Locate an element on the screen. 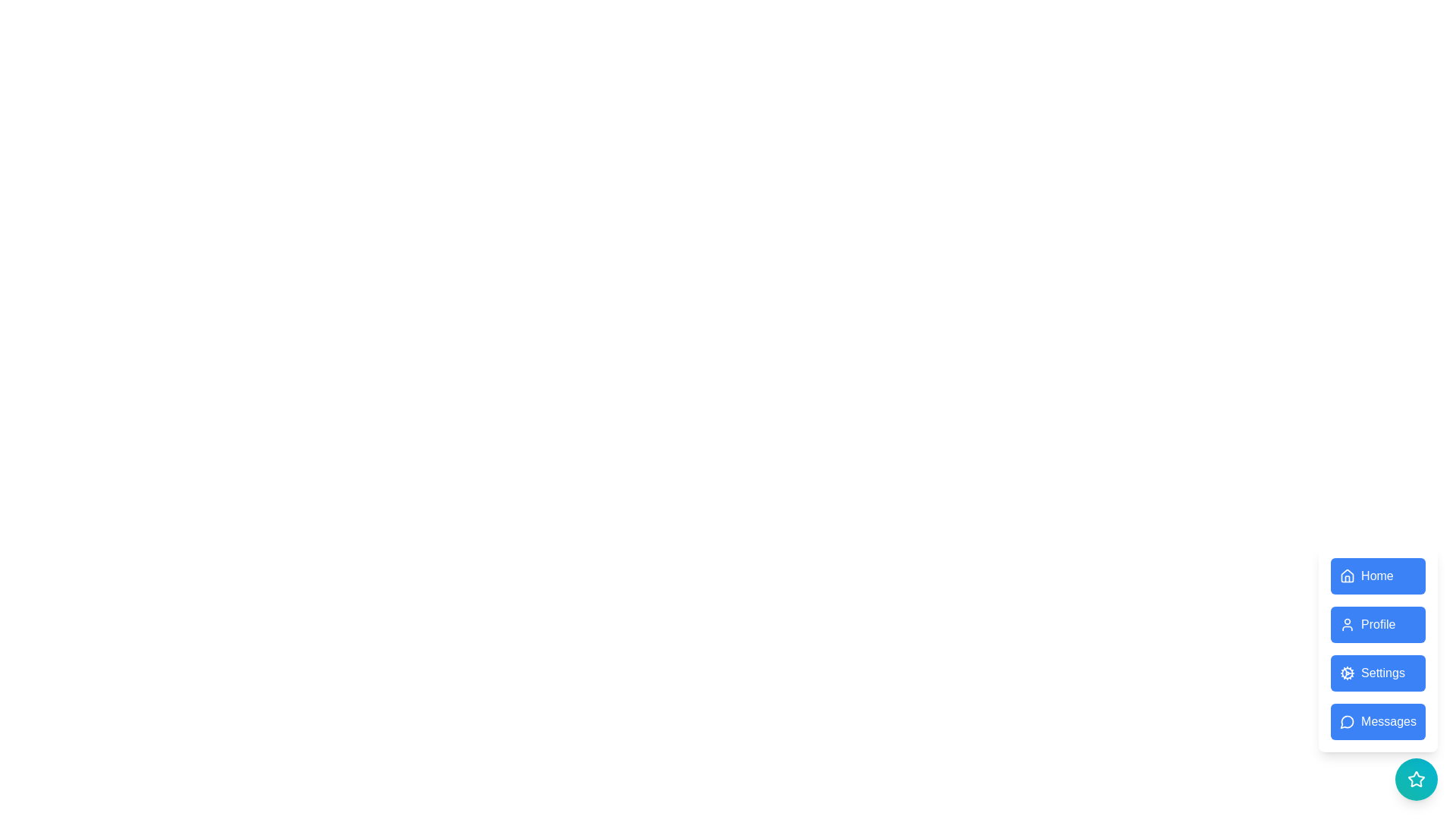  the last button in the vertical list at the bottom-right corner of the interface is located at coordinates (1378, 721).